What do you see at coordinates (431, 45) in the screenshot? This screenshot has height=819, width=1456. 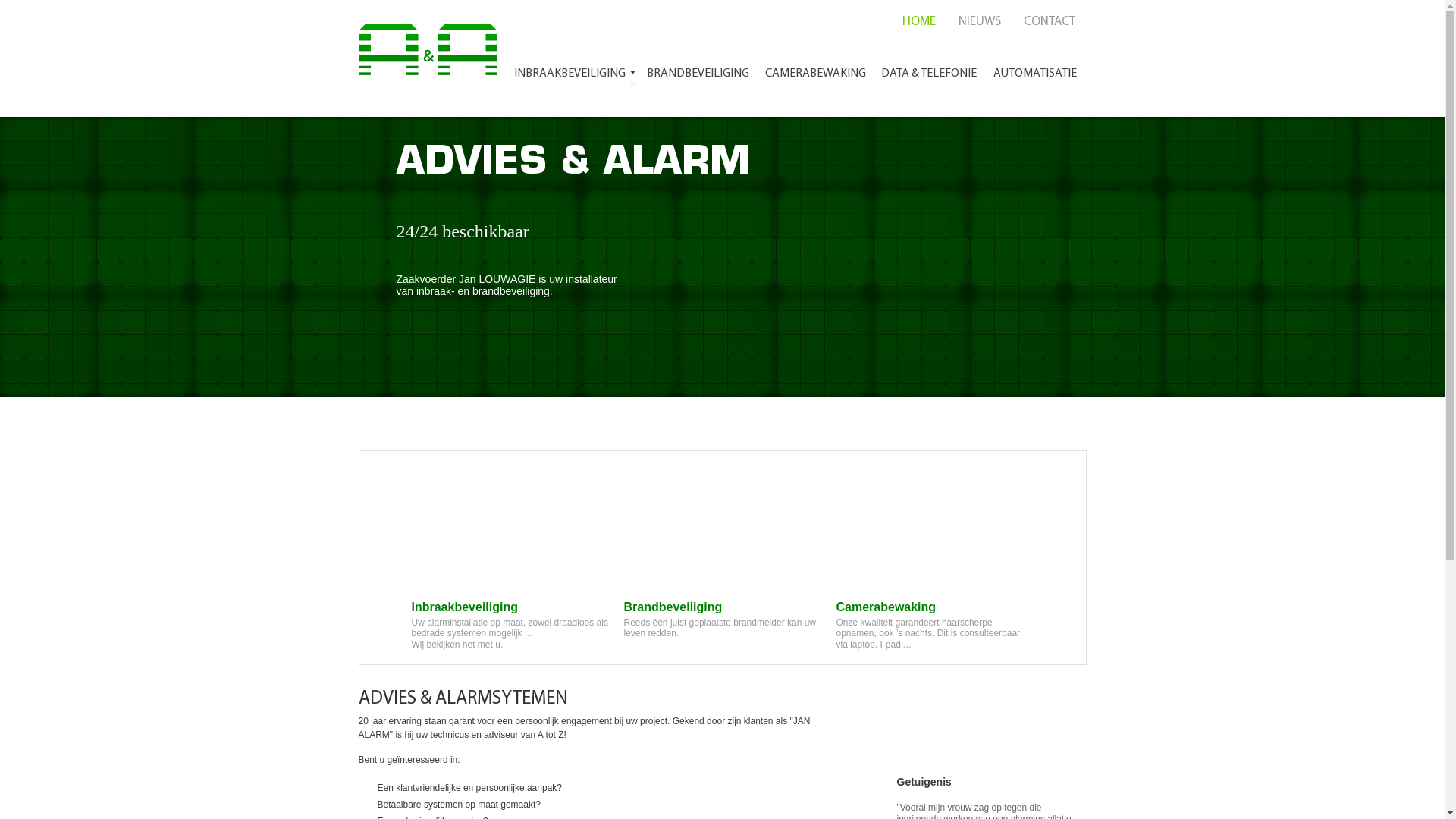 I see `'Advies en Alarm'` at bounding box center [431, 45].